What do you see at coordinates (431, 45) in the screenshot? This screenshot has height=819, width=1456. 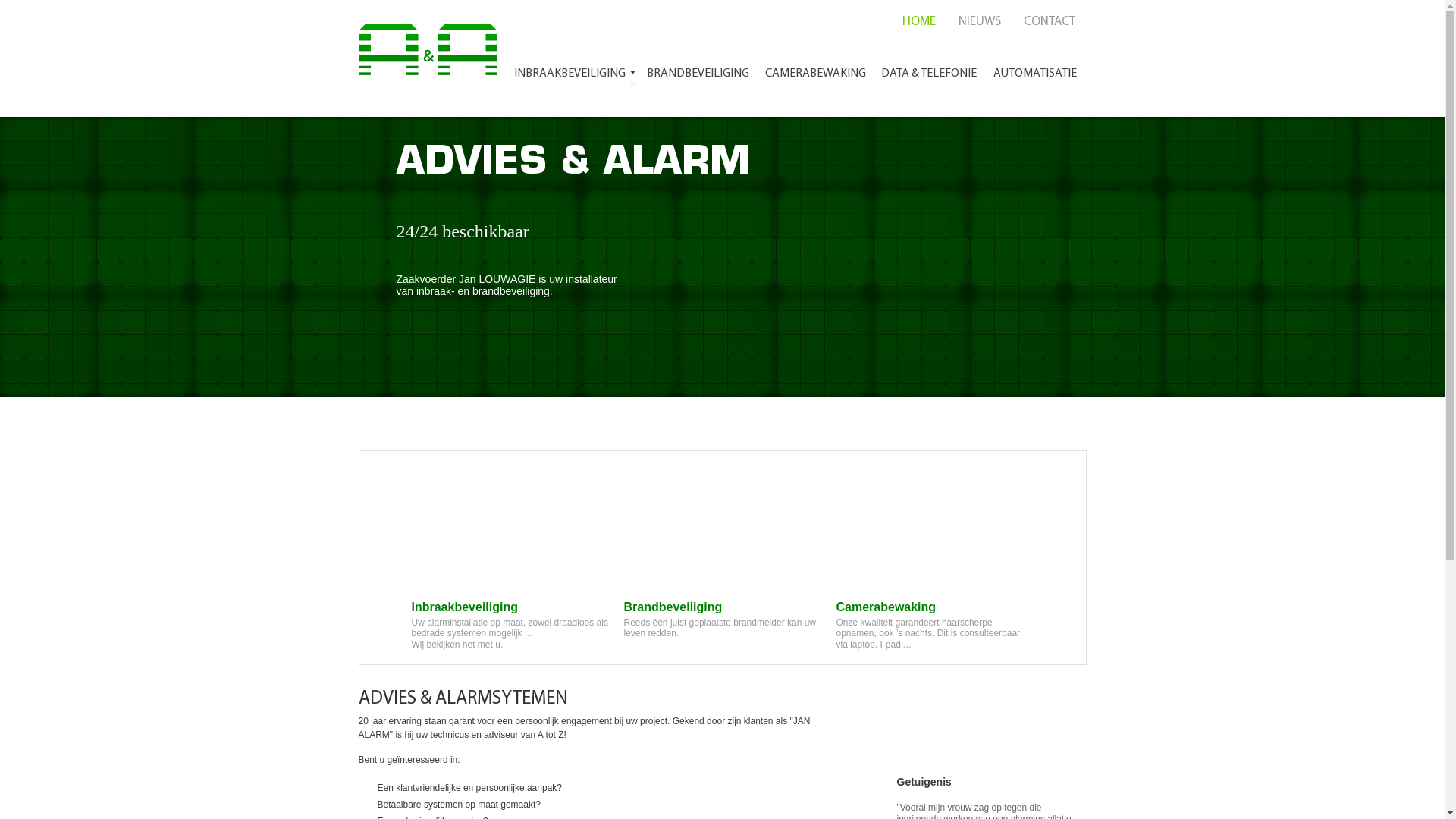 I see `'Advies en Alarm'` at bounding box center [431, 45].